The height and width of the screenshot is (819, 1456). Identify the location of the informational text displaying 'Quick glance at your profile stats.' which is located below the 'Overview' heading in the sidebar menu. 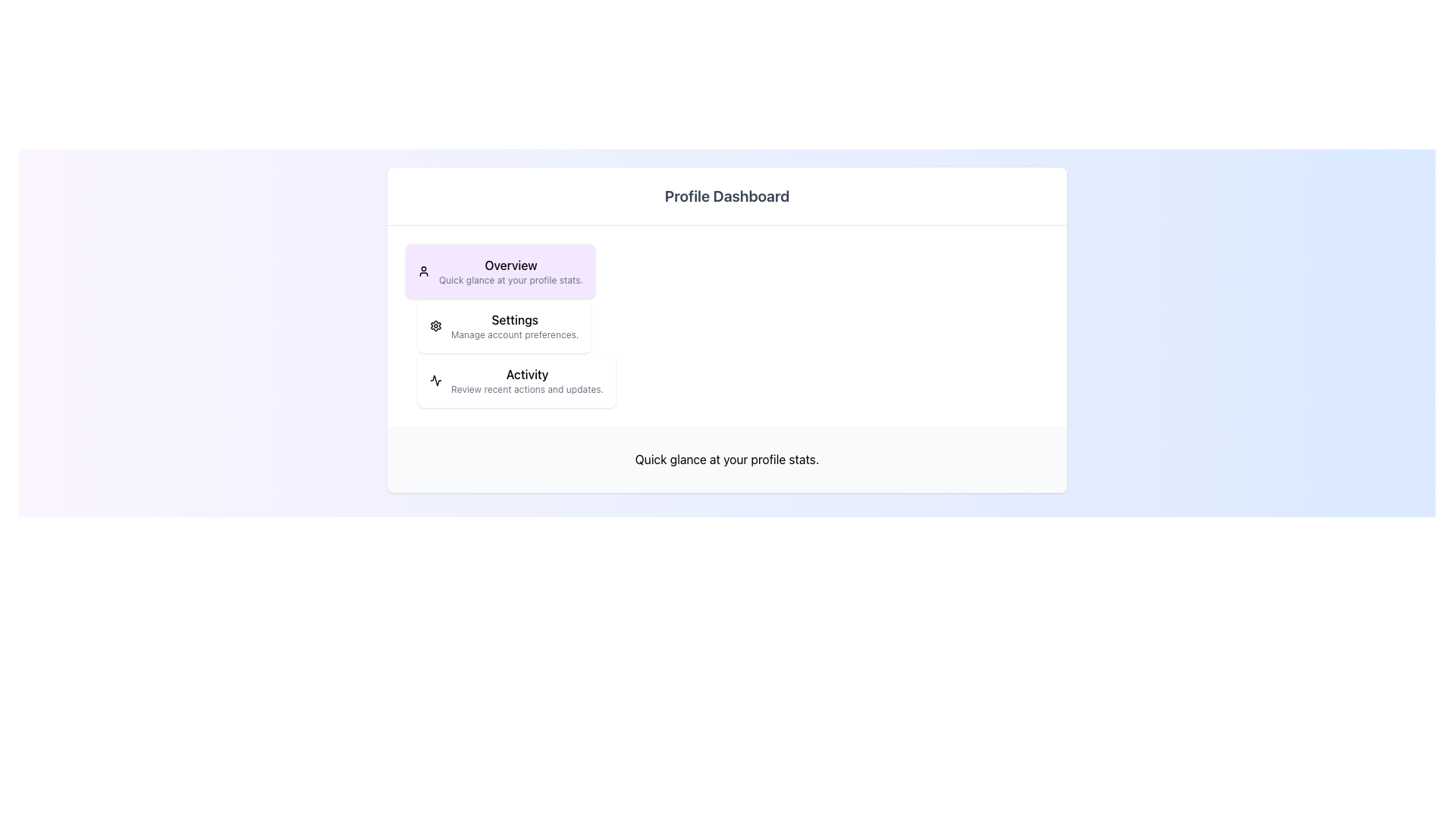
(511, 281).